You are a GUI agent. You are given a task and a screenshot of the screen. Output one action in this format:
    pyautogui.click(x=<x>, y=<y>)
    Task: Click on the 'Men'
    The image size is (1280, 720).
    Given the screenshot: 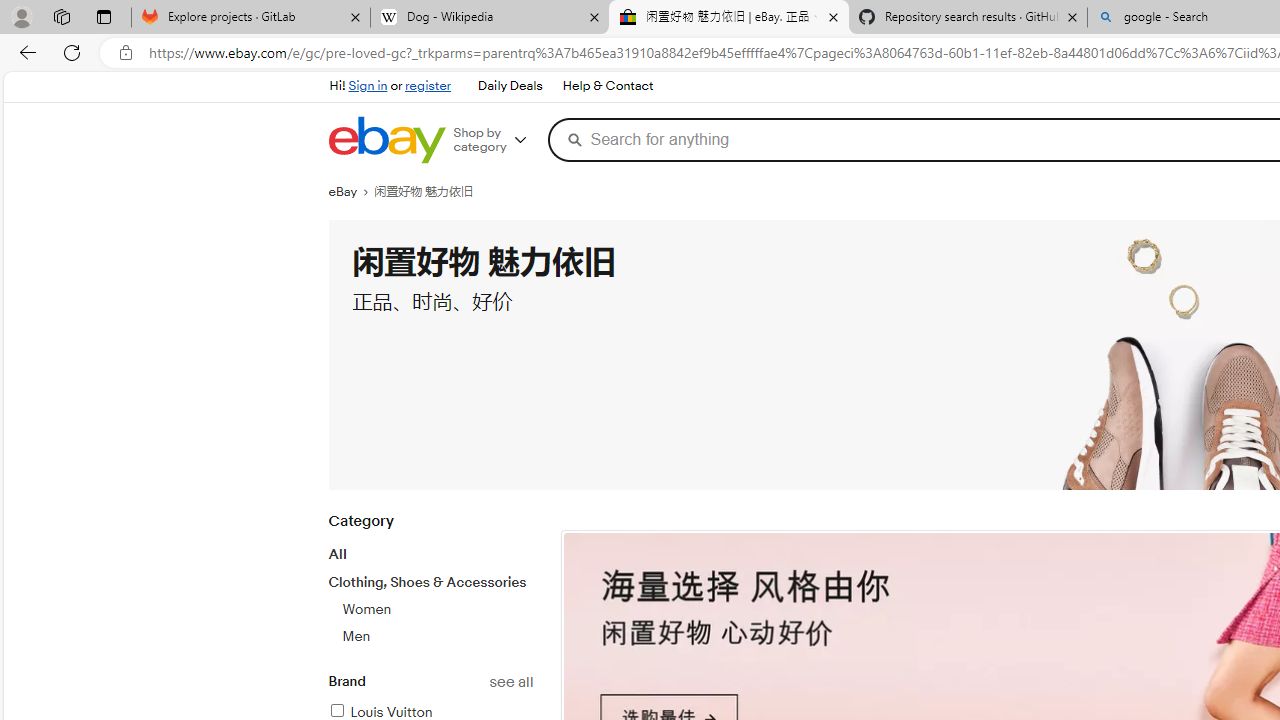 What is the action you would take?
    pyautogui.click(x=436, y=636)
    